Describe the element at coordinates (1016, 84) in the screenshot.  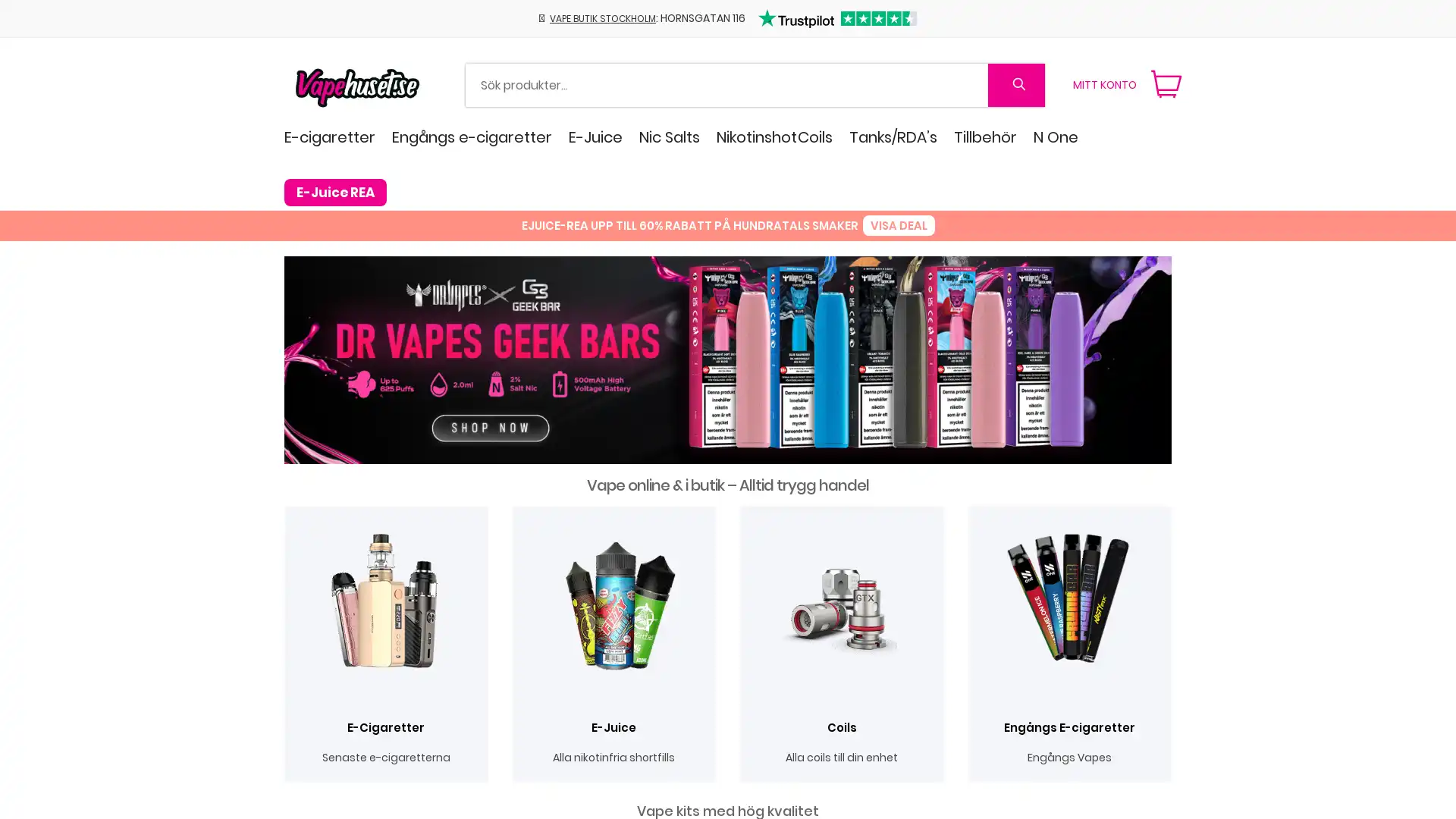
I see `Sok` at that location.